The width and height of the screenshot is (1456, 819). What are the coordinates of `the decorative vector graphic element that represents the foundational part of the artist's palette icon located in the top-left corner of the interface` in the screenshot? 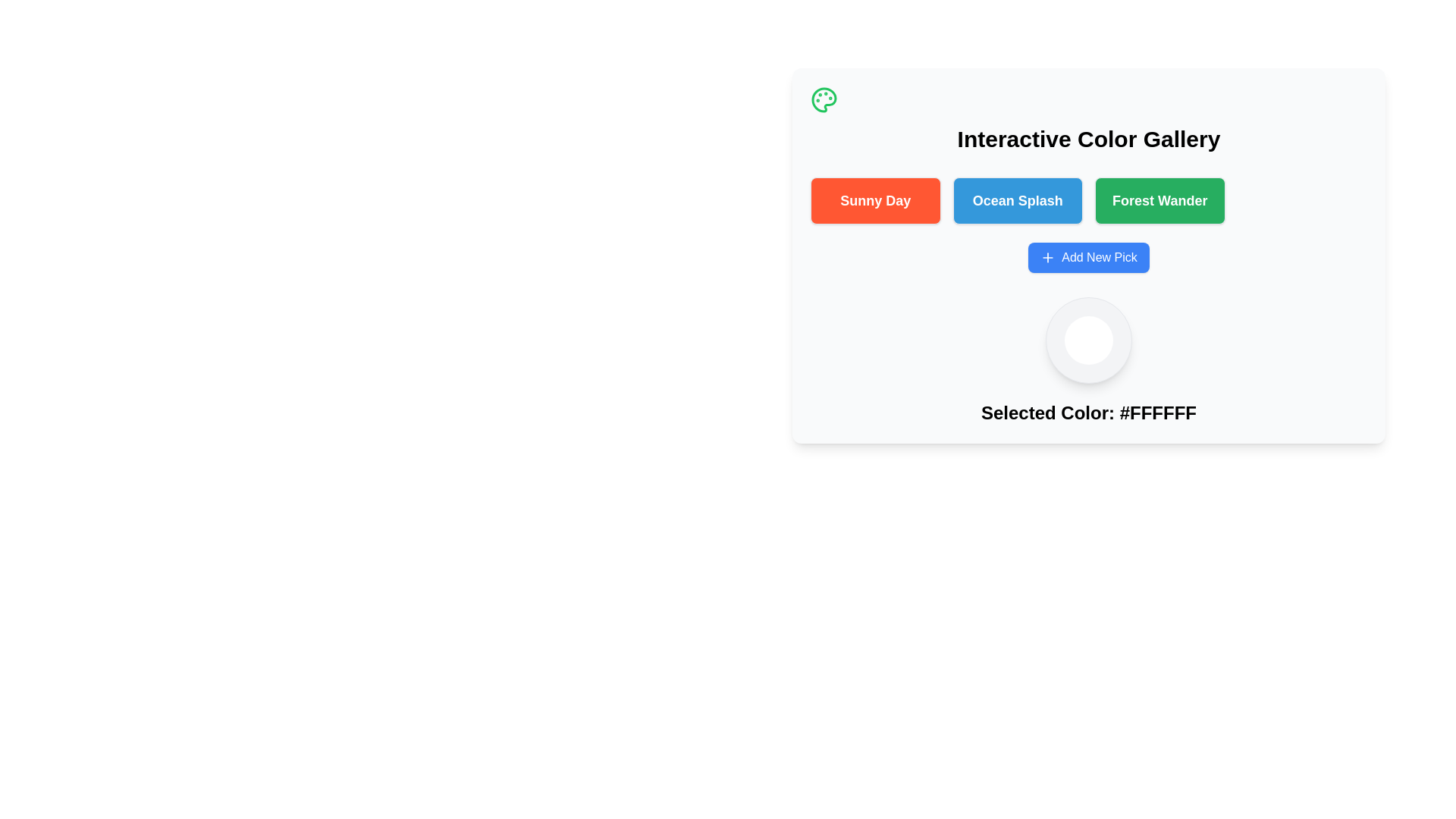 It's located at (823, 99).